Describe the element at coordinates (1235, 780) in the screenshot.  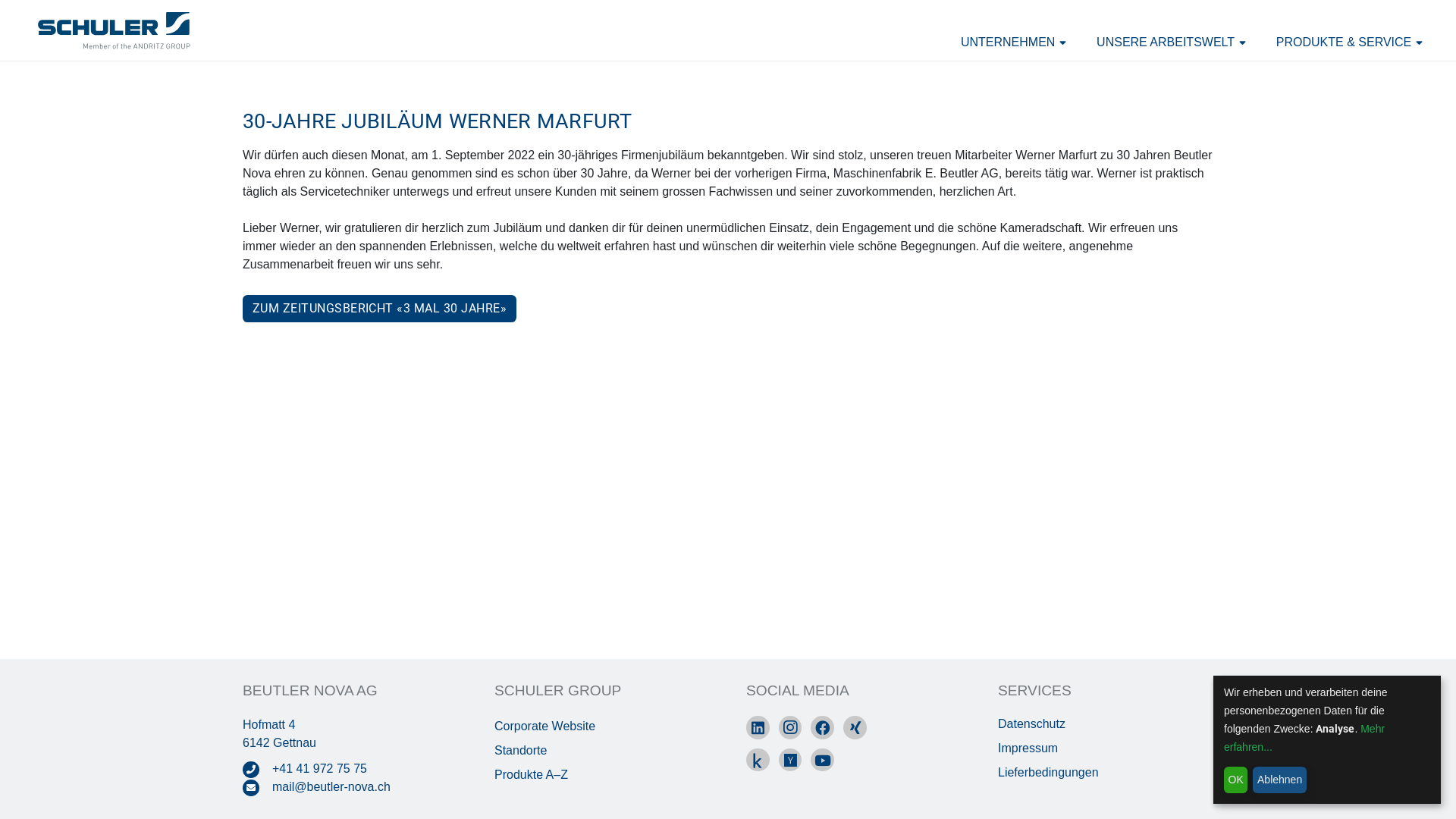
I see `'OK'` at that location.